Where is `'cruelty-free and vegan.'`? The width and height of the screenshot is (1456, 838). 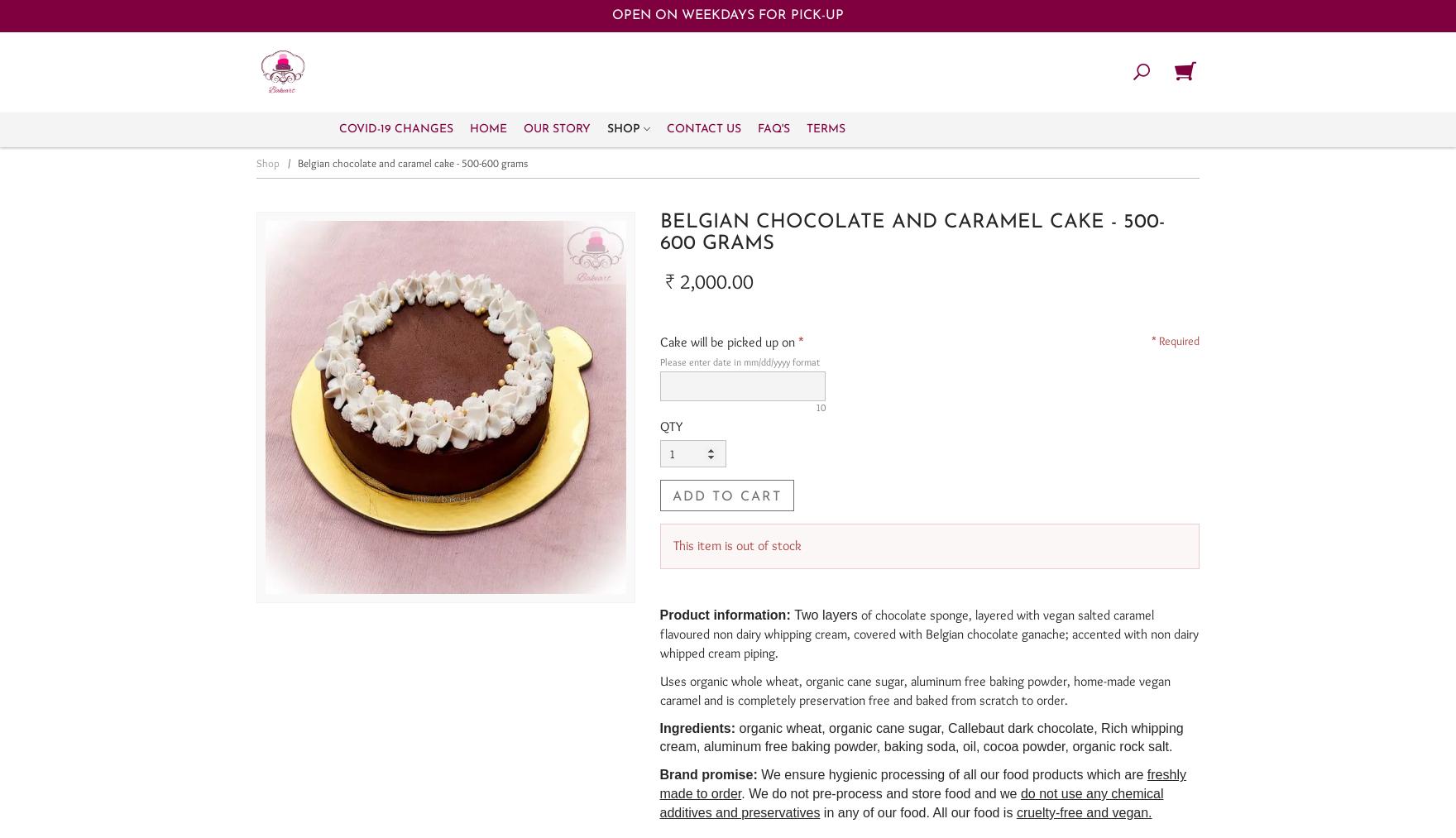 'cruelty-free and vegan.' is located at coordinates (1082, 812).